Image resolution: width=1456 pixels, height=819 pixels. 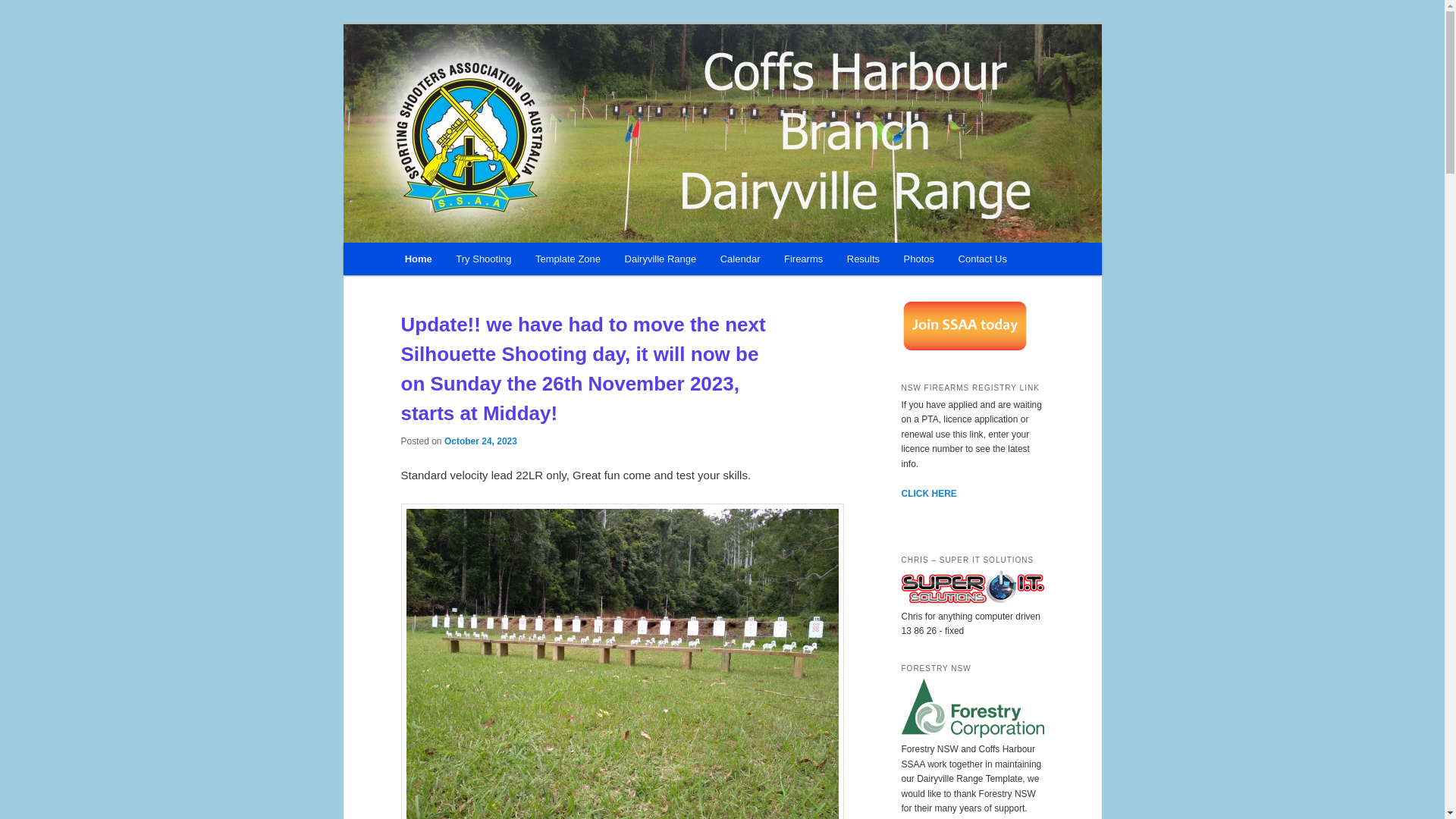 I want to click on 'Template Zone', so click(x=566, y=258).